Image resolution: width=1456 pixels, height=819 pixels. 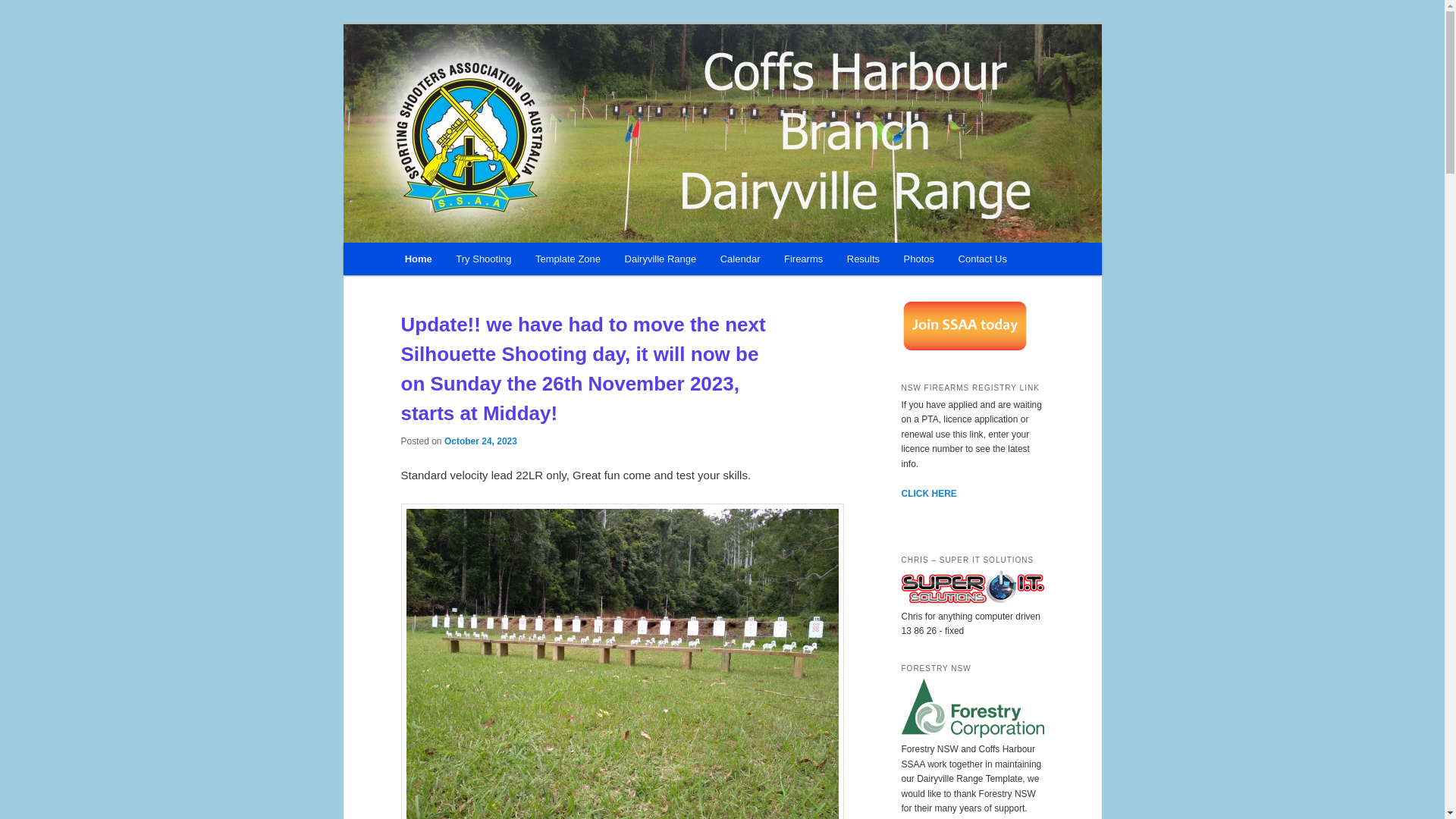 I want to click on 'Template Zone', so click(x=566, y=258).